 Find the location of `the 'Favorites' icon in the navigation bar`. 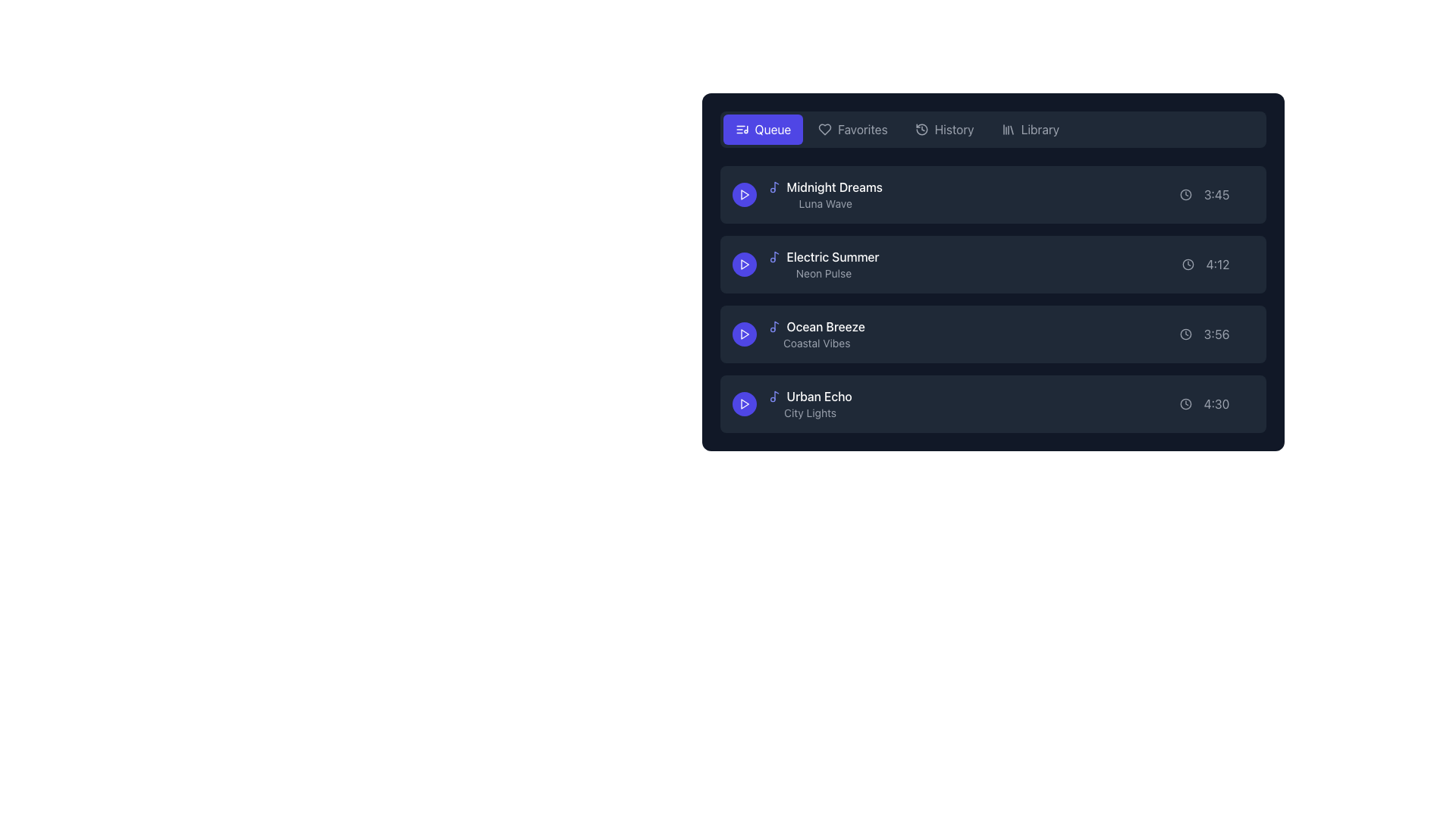

the 'Favorites' icon in the navigation bar is located at coordinates (824, 128).